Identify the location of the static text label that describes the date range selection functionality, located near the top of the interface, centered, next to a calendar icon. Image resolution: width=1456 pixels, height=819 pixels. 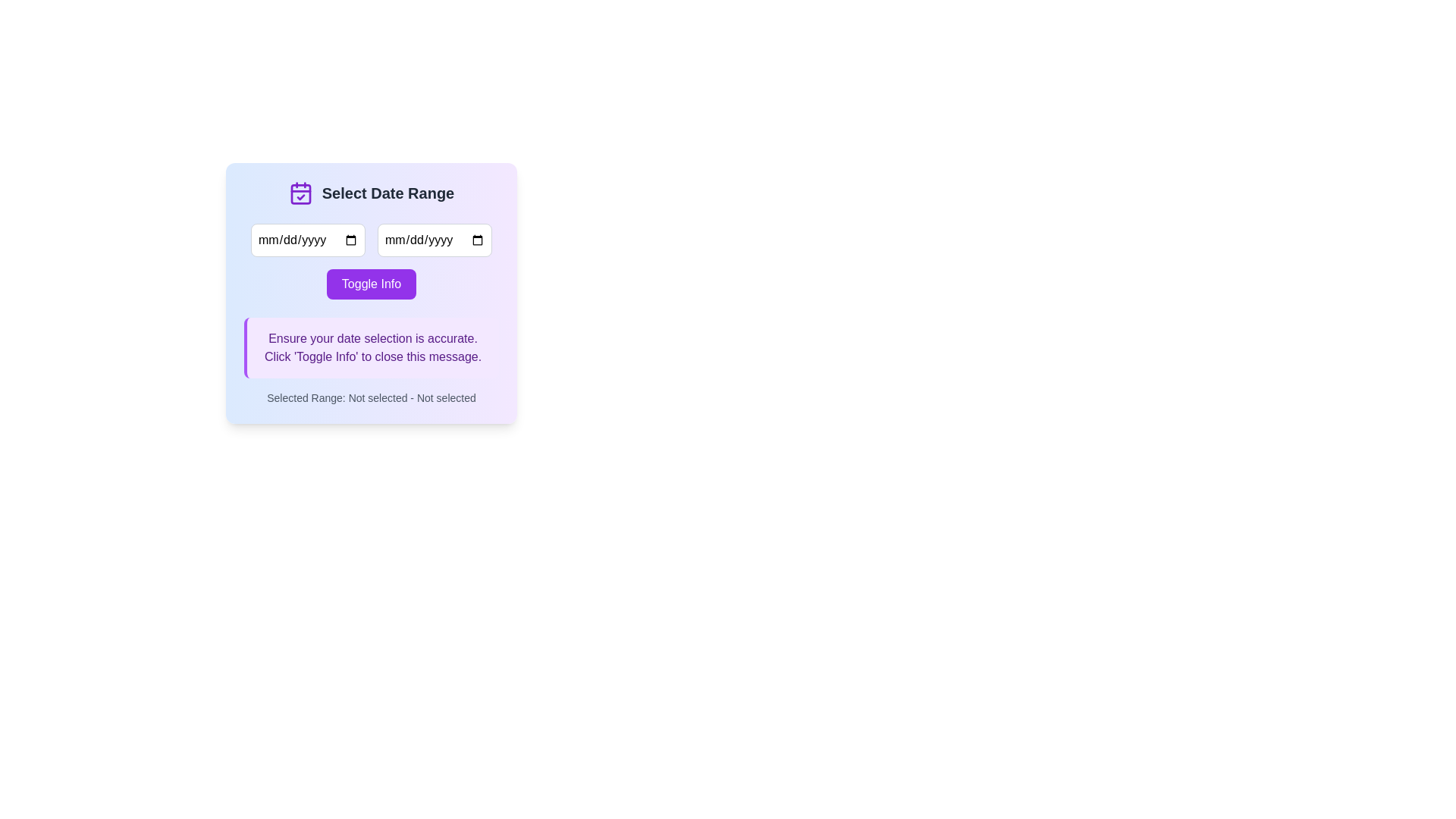
(388, 192).